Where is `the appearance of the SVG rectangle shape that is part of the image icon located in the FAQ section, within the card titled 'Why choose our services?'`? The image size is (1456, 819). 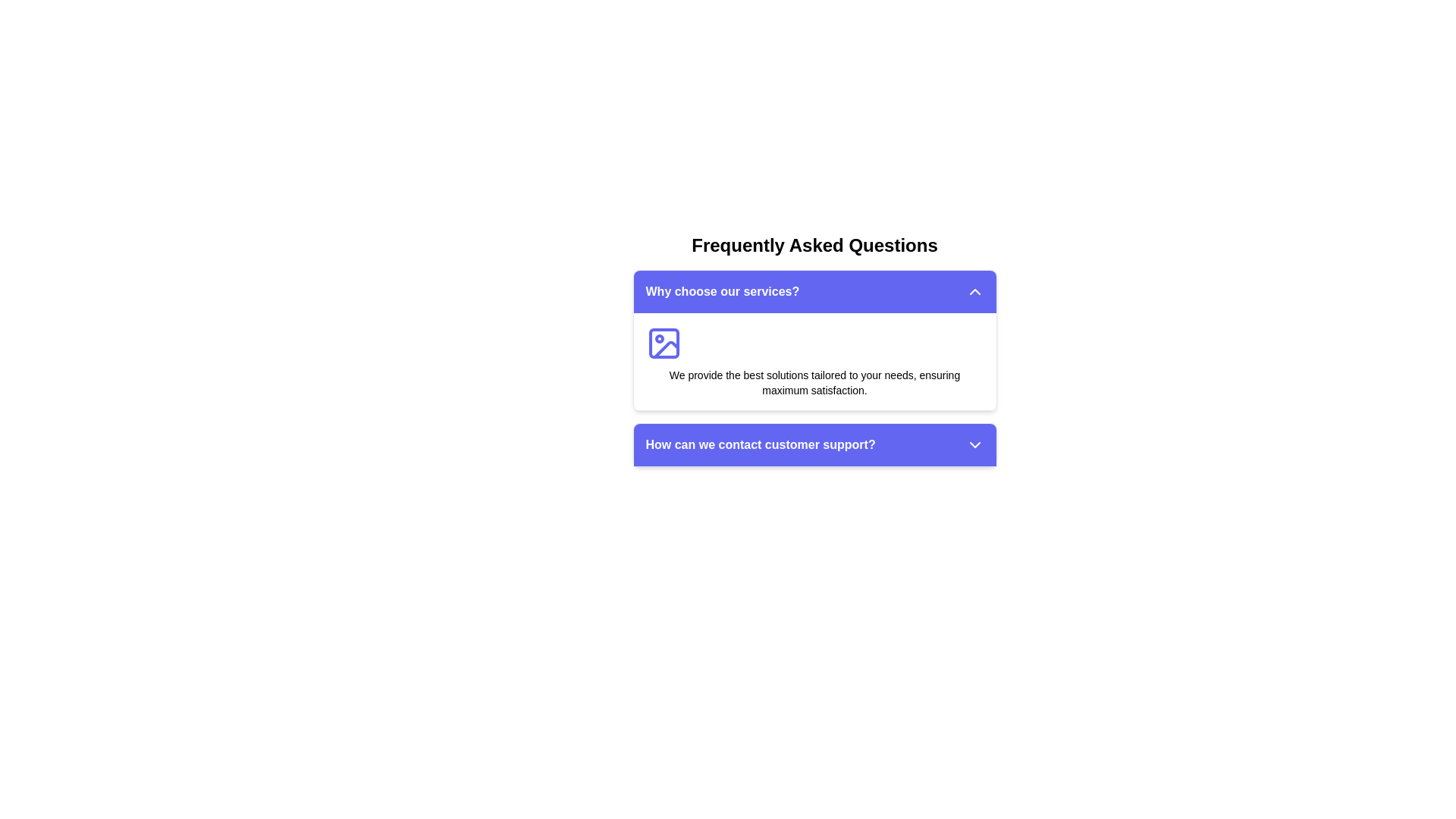 the appearance of the SVG rectangle shape that is part of the image icon located in the FAQ section, within the card titled 'Why choose our services?' is located at coordinates (664, 343).